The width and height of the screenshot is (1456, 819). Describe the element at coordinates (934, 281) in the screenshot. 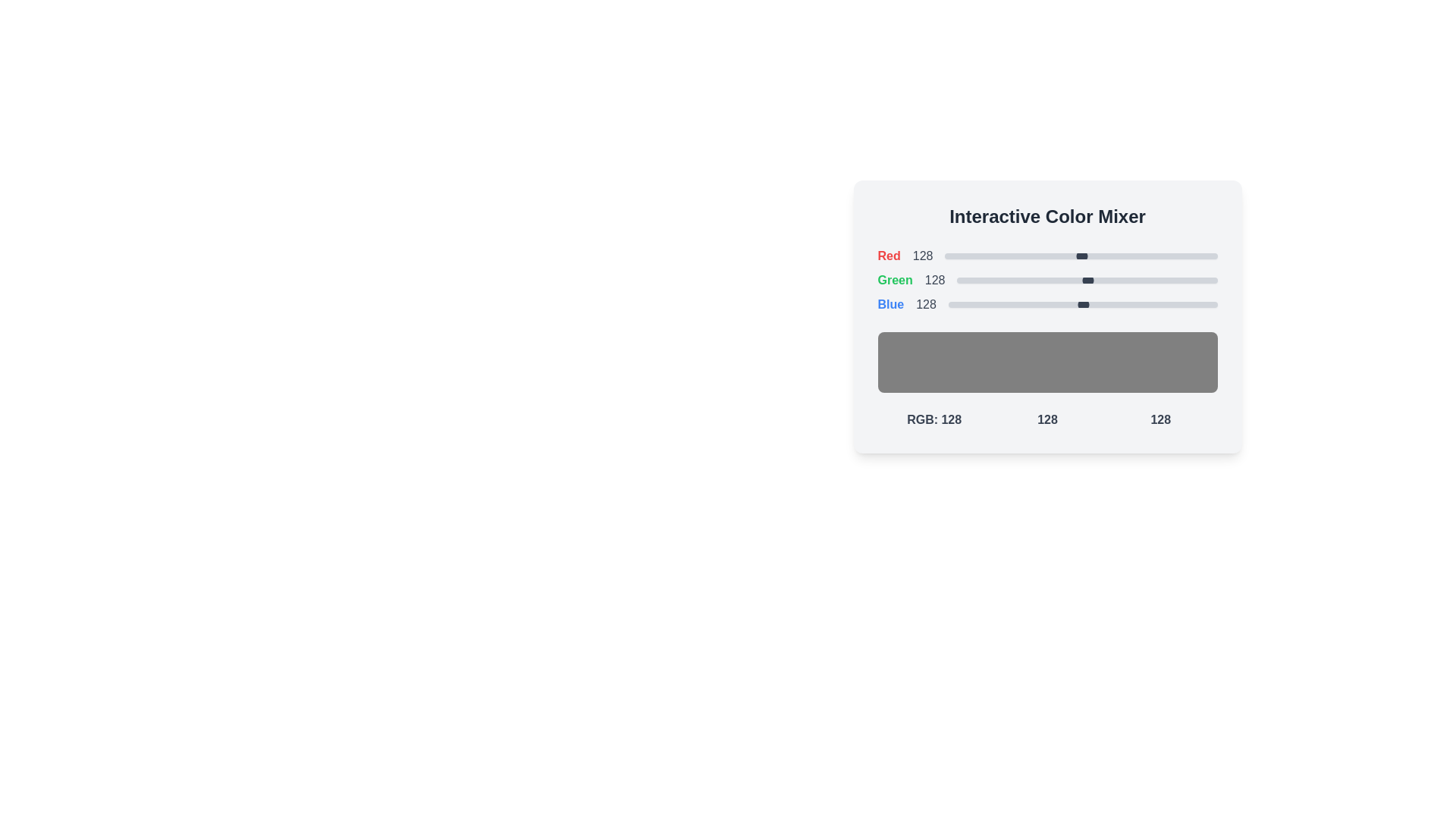

I see `current numeric value displayed in the text label that shows the green color component in the interactive color mixer, located directly to the right of the 'Green' label` at that location.